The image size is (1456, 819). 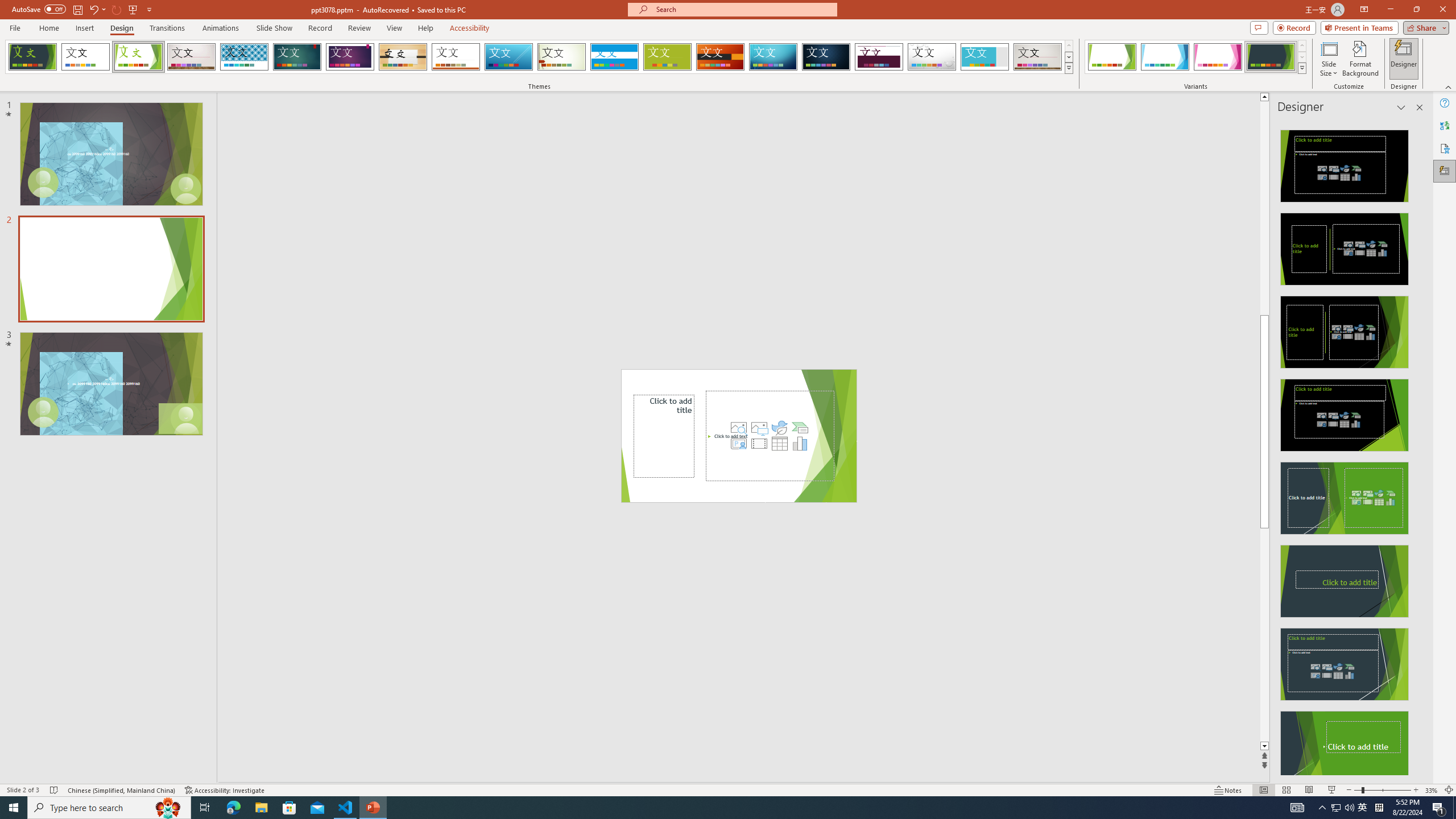 What do you see at coordinates (244, 56) in the screenshot?
I see `'Integral'` at bounding box center [244, 56].